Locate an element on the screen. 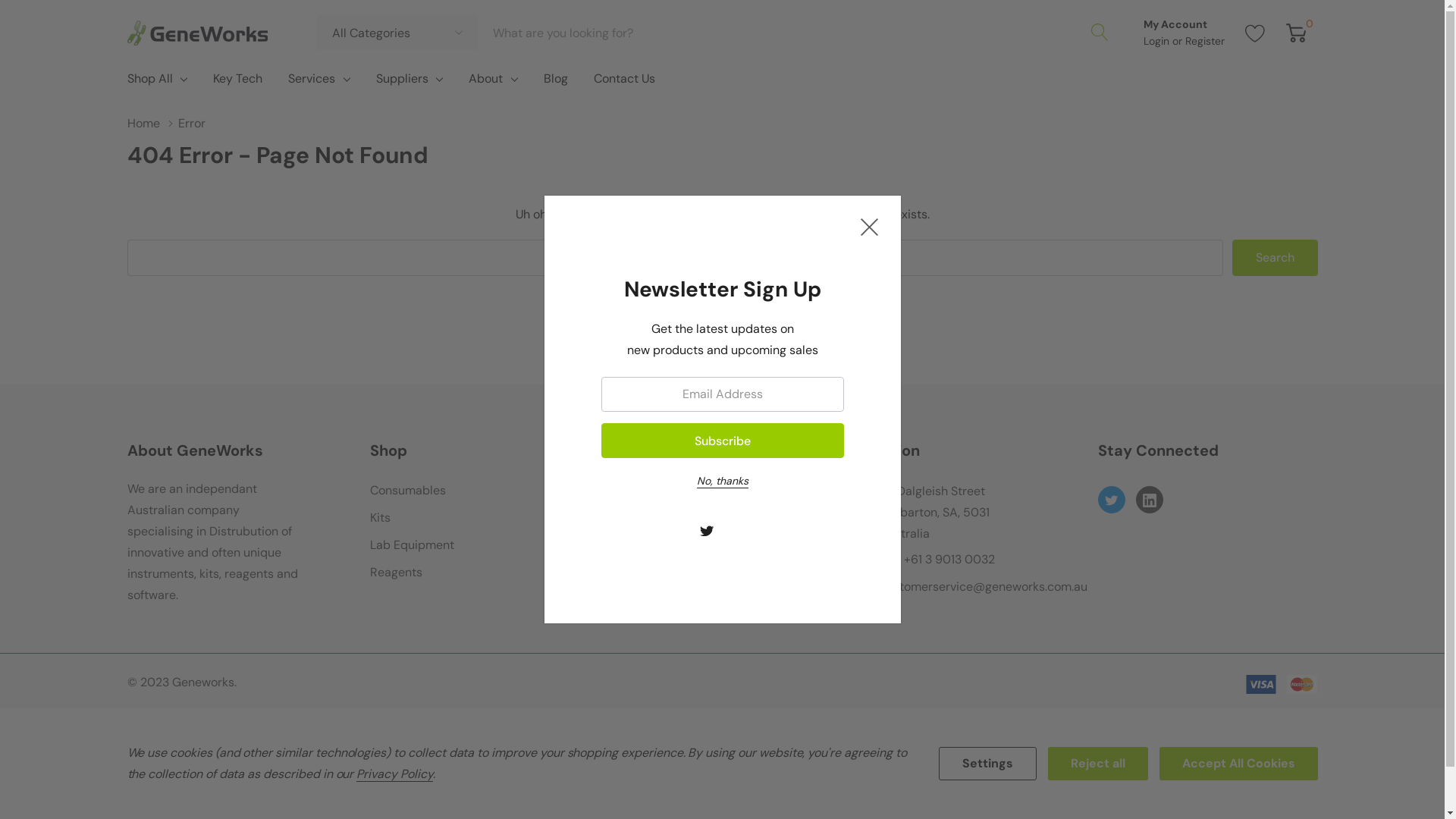 This screenshot has height=819, width=1456. 'Home' is located at coordinates (152, 122).